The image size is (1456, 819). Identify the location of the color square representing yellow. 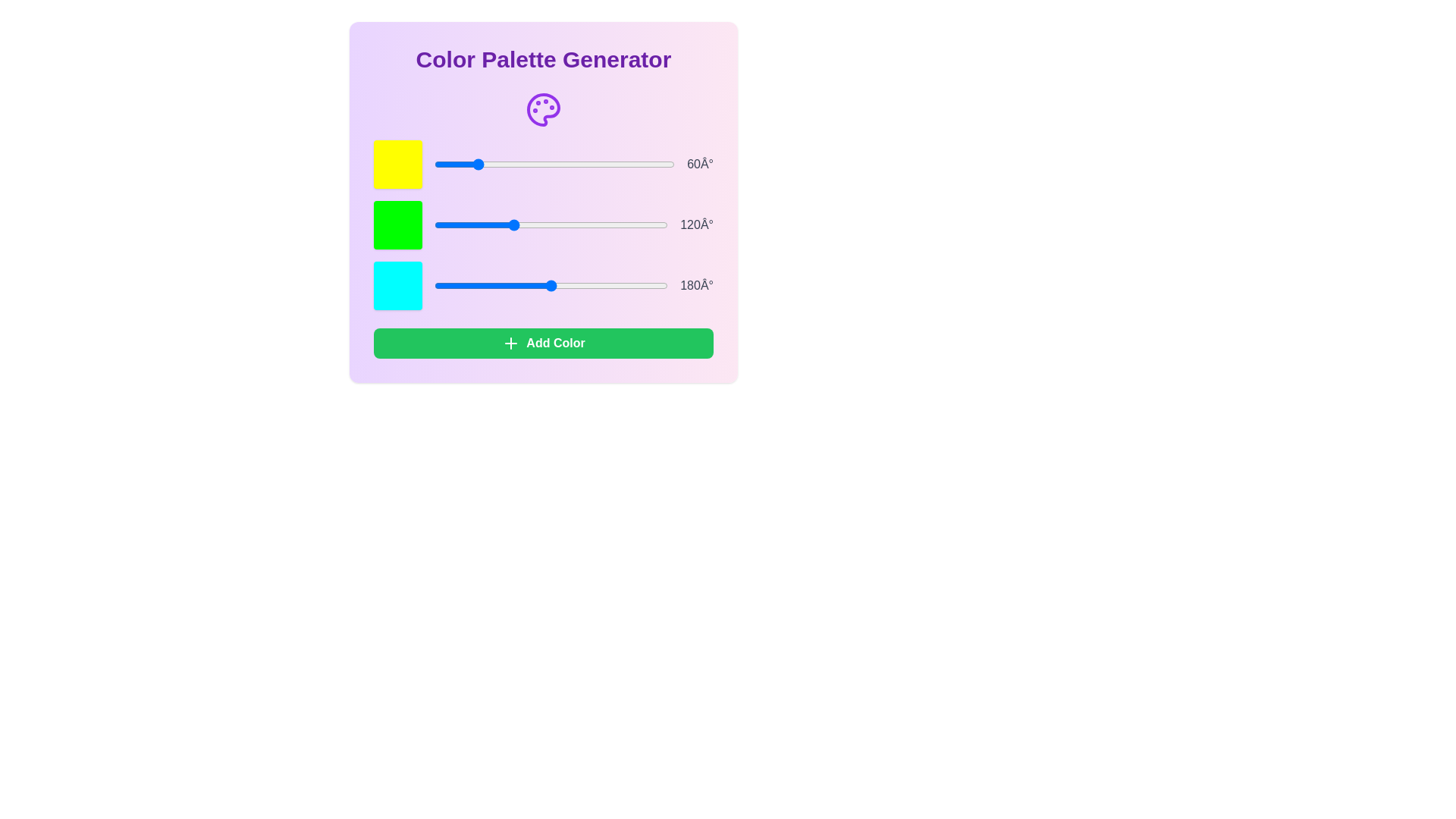
(397, 164).